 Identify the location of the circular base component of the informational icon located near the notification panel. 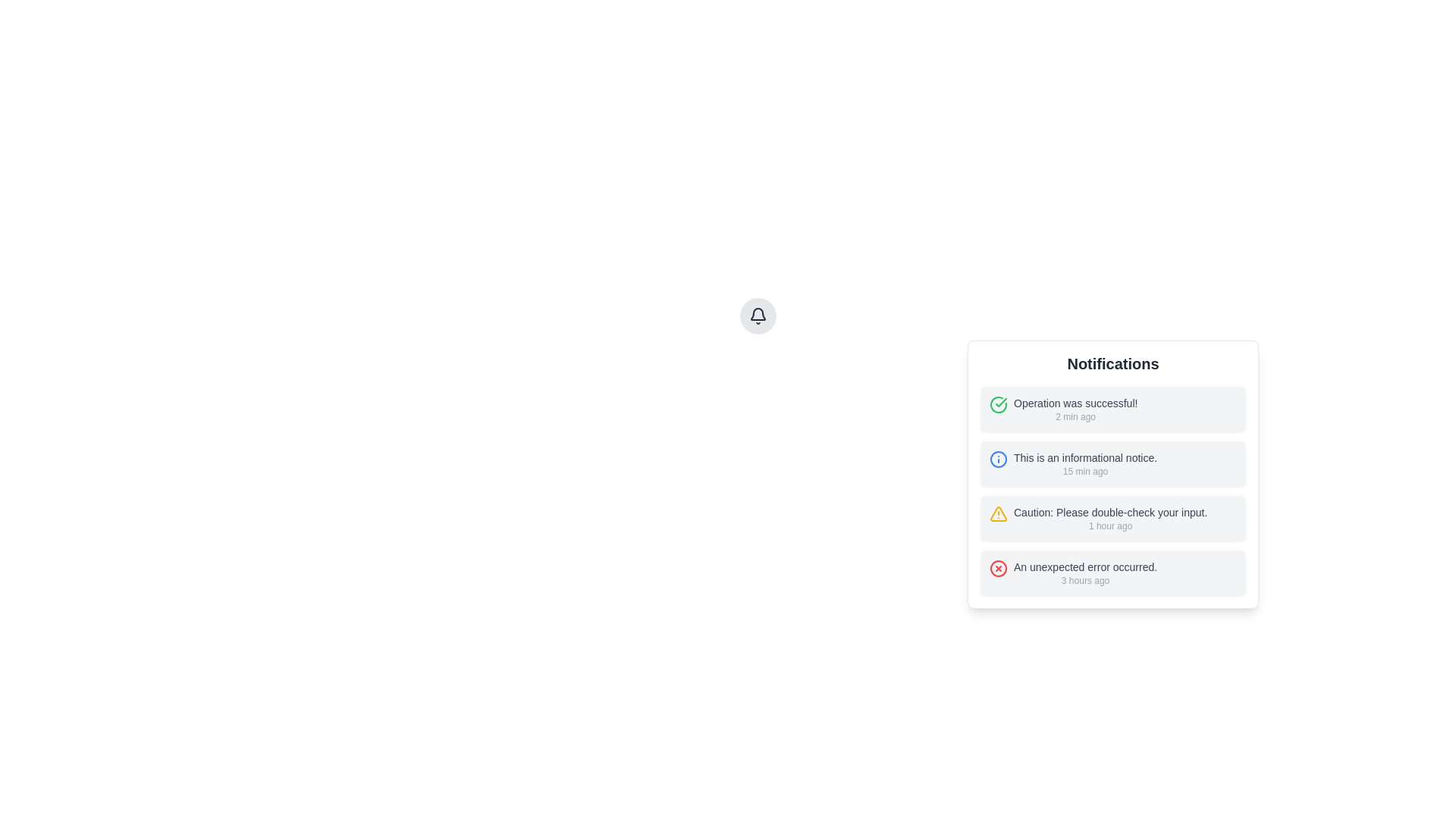
(998, 458).